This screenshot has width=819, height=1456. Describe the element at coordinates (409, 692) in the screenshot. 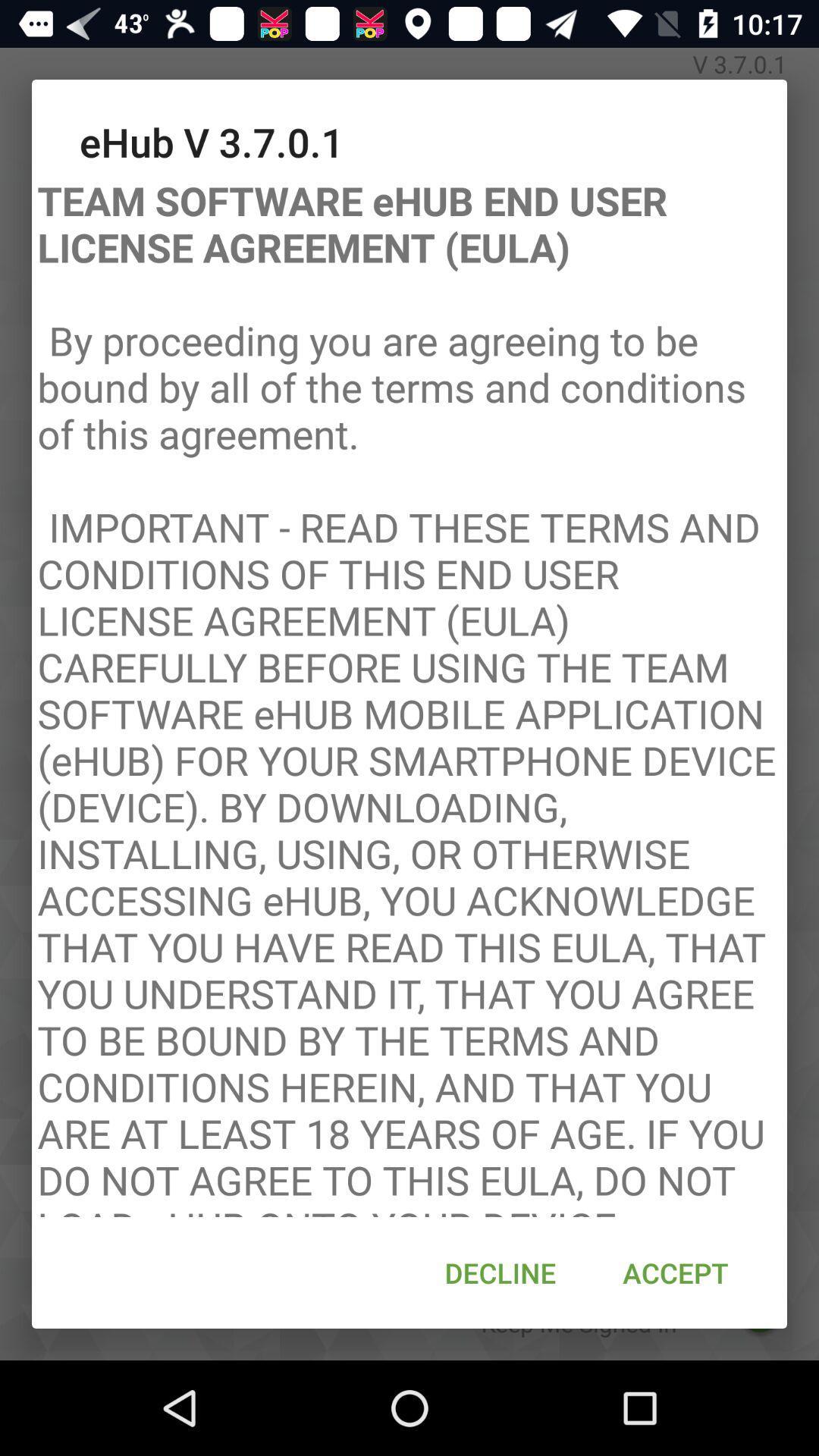

I see `the team software ehub item` at that location.